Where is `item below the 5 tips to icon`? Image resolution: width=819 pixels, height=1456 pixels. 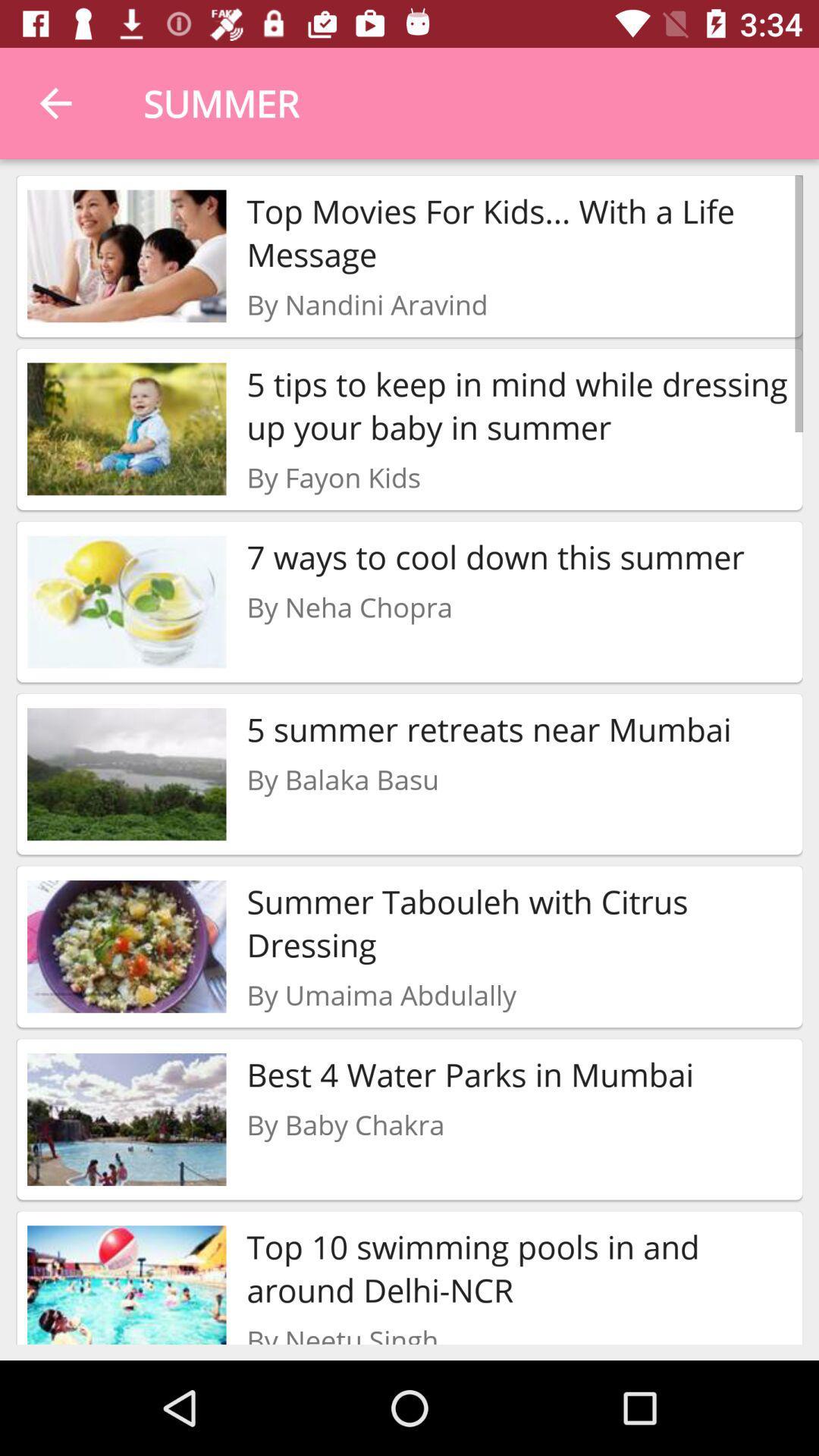 item below the 5 tips to icon is located at coordinates (333, 476).